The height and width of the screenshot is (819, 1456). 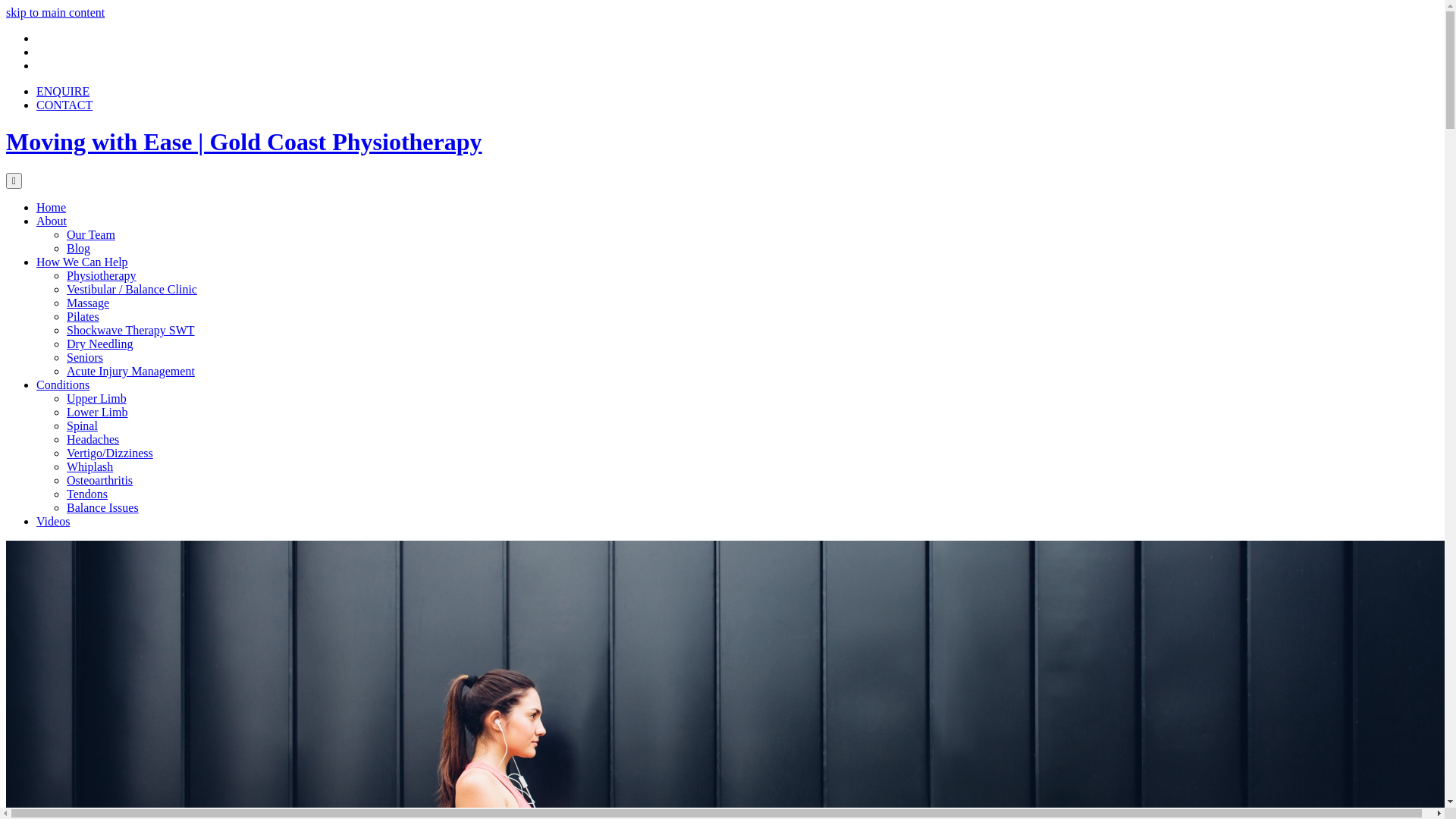 I want to click on 'Videos', so click(x=53, y=520).